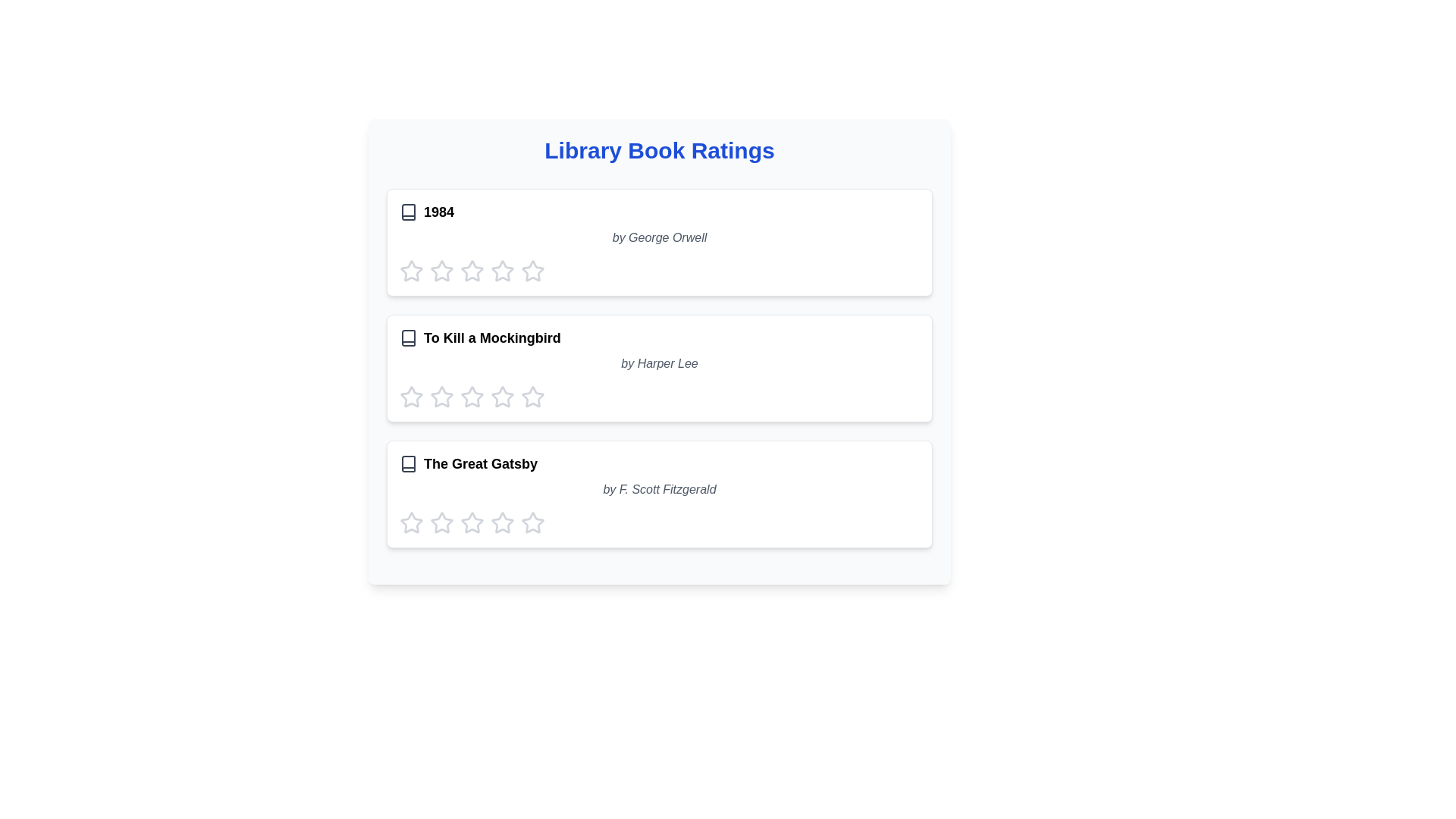 This screenshot has width=1456, height=819. I want to click on the first star icon in the rating section under 'To Kill a Mockingbird', so click(411, 396).